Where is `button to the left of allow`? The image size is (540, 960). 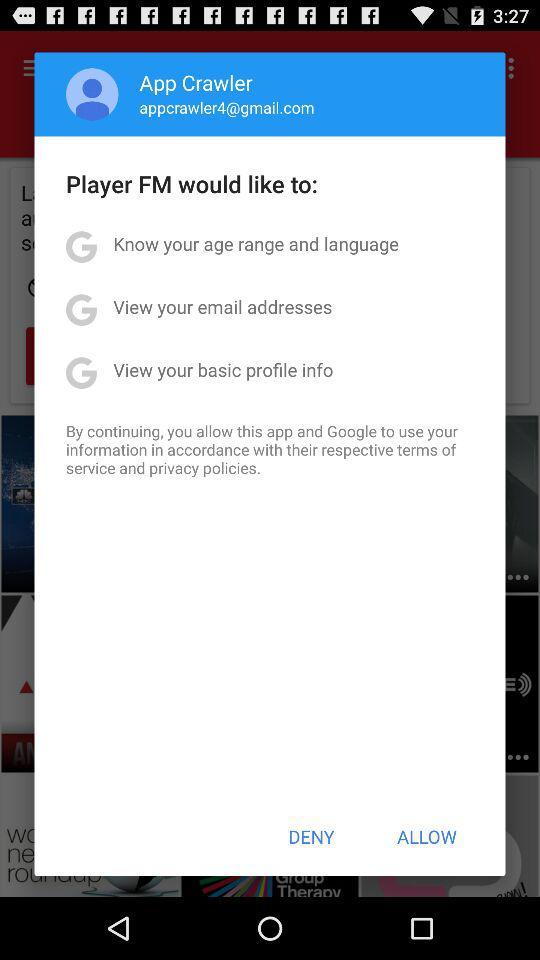 button to the left of allow is located at coordinates (311, 836).